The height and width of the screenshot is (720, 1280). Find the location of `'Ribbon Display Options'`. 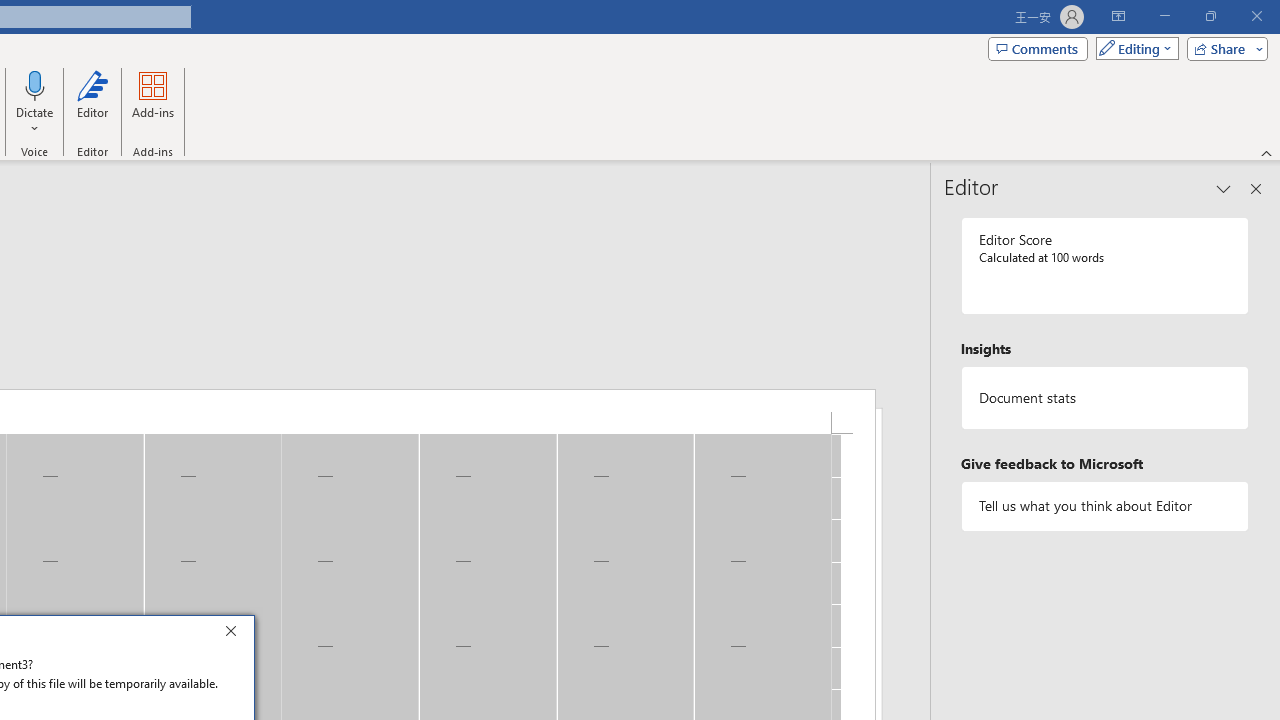

'Ribbon Display Options' is located at coordinates (1117, 16).